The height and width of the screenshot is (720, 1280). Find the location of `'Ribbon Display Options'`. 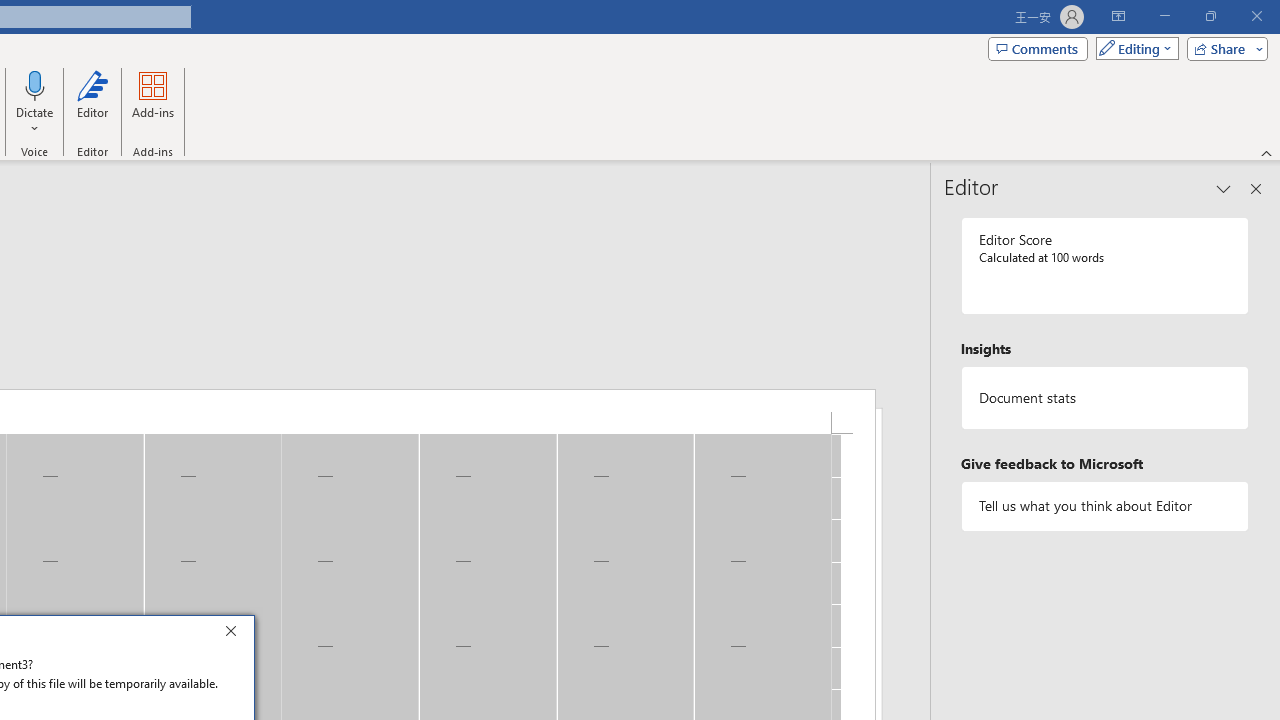

'Ribbon Display Options' is located at coordinates (1117, 16).